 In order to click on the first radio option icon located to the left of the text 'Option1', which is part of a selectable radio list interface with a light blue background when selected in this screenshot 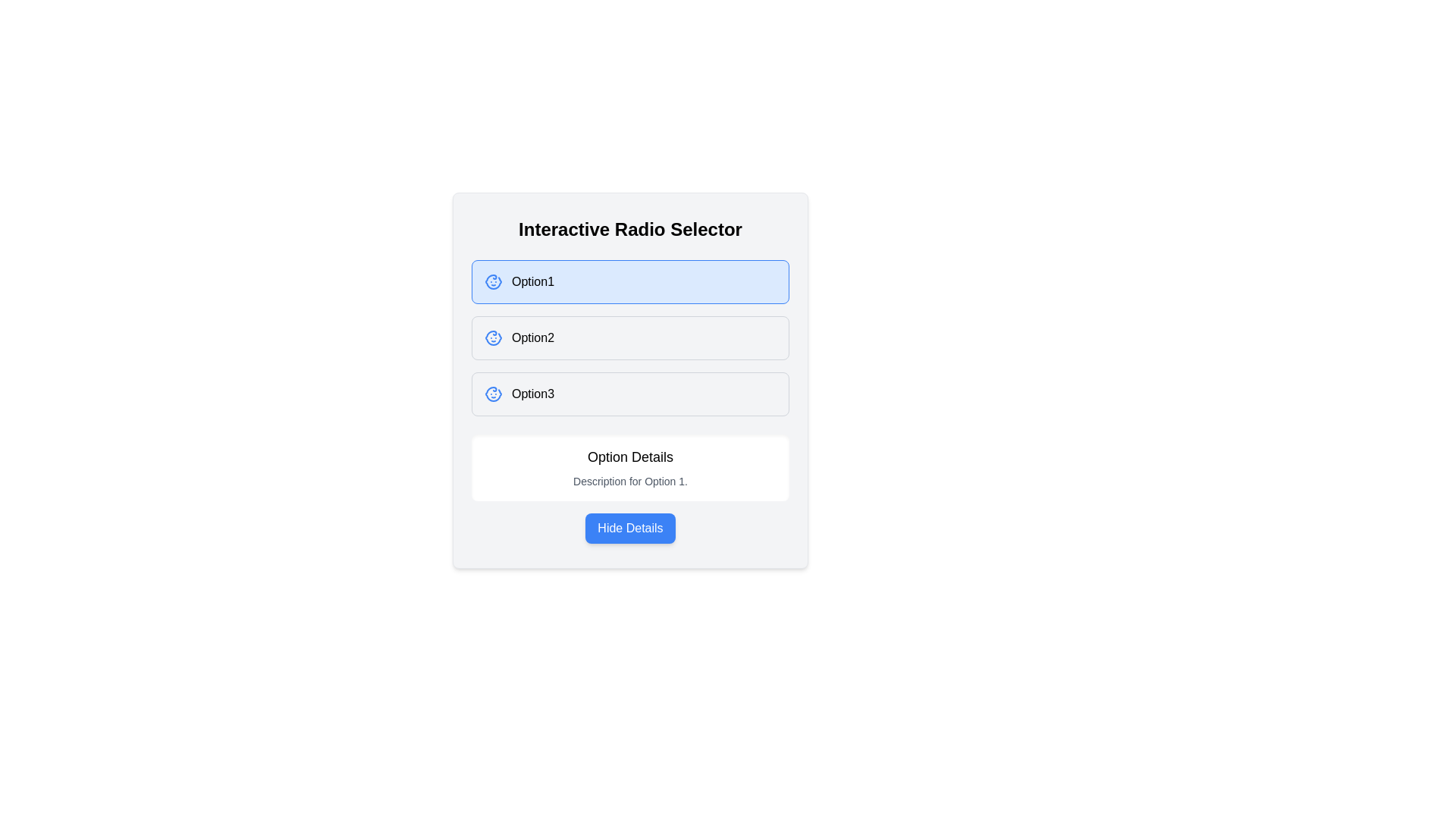, I will do `click(494, 281)`.